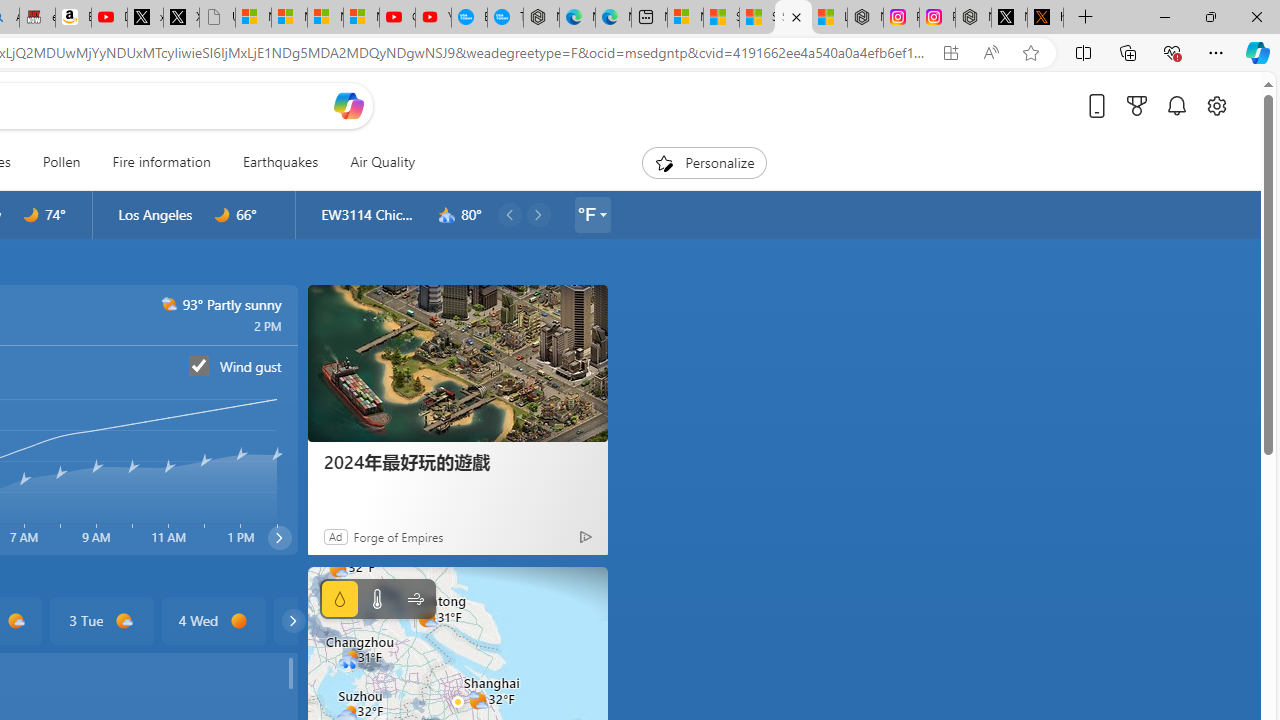 This screenshot has height=720, width=1280. I want to click on 'Wind', so click(414, 598).